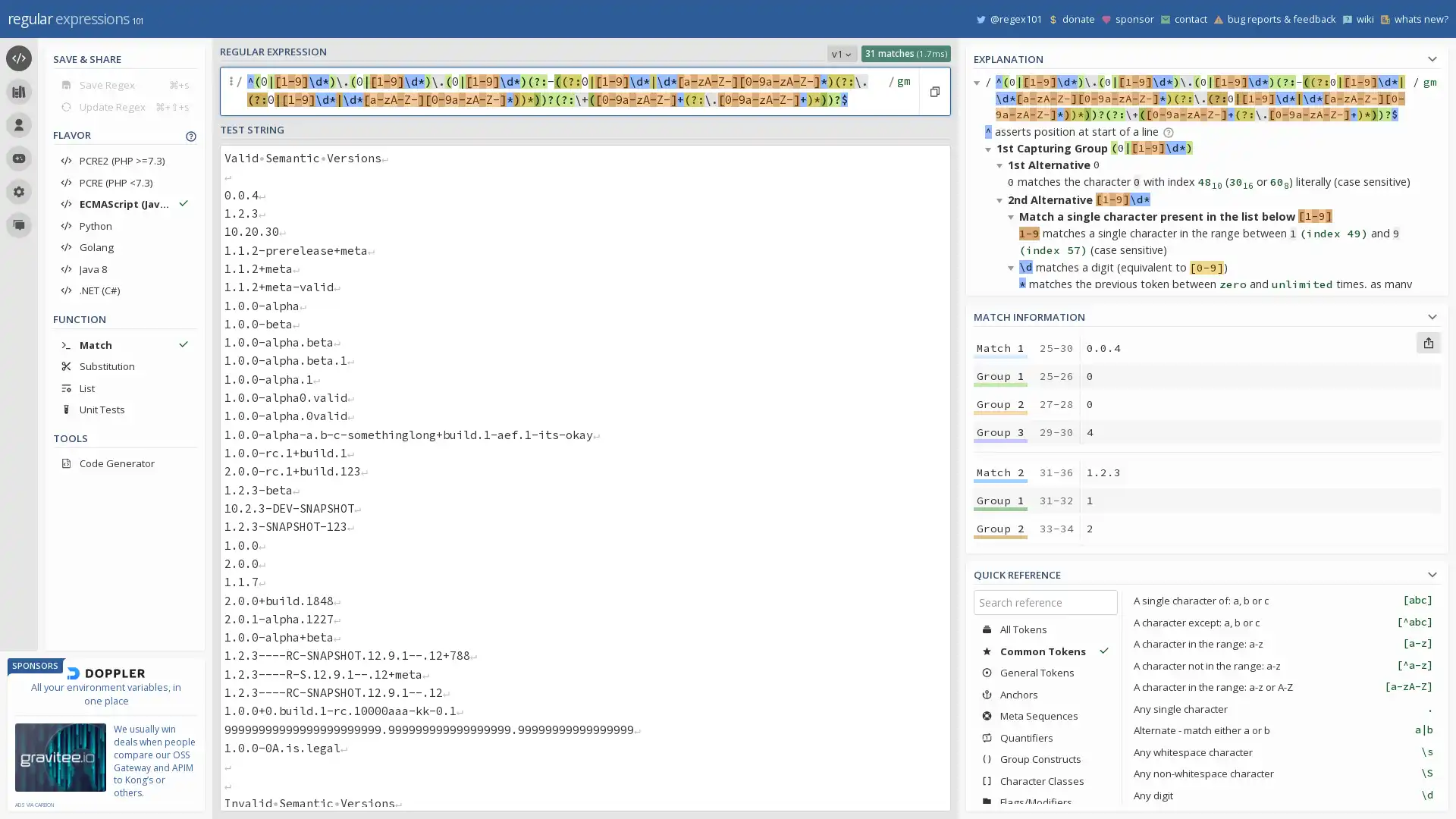 The height and width of the screenshot is (819, 1456). Describe the element at coordinates (124, 225) in the screenshot. I see `Python` at that location.